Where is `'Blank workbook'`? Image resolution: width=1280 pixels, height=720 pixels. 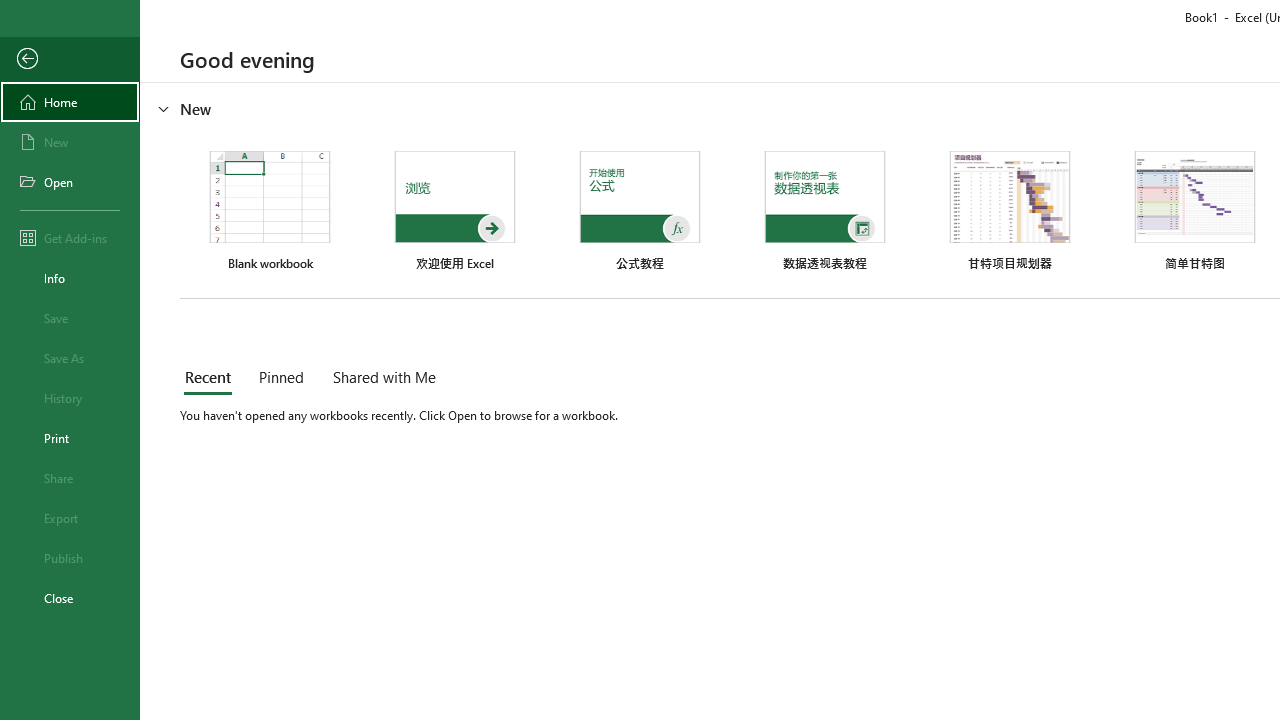
'Blank workbook' is located at coordinates (269, 211).